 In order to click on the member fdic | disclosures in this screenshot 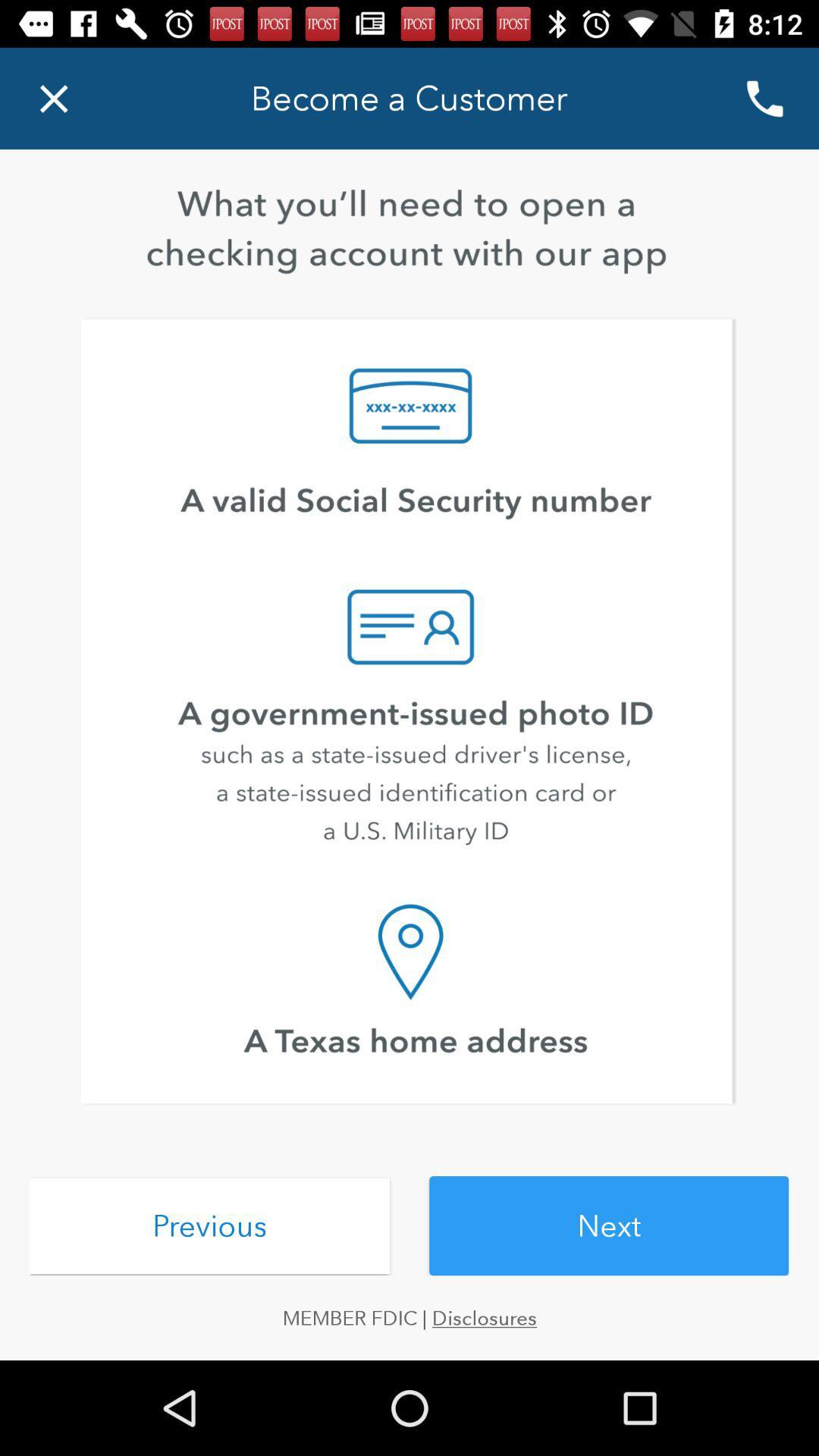, I will do `click(409, 1317)`.